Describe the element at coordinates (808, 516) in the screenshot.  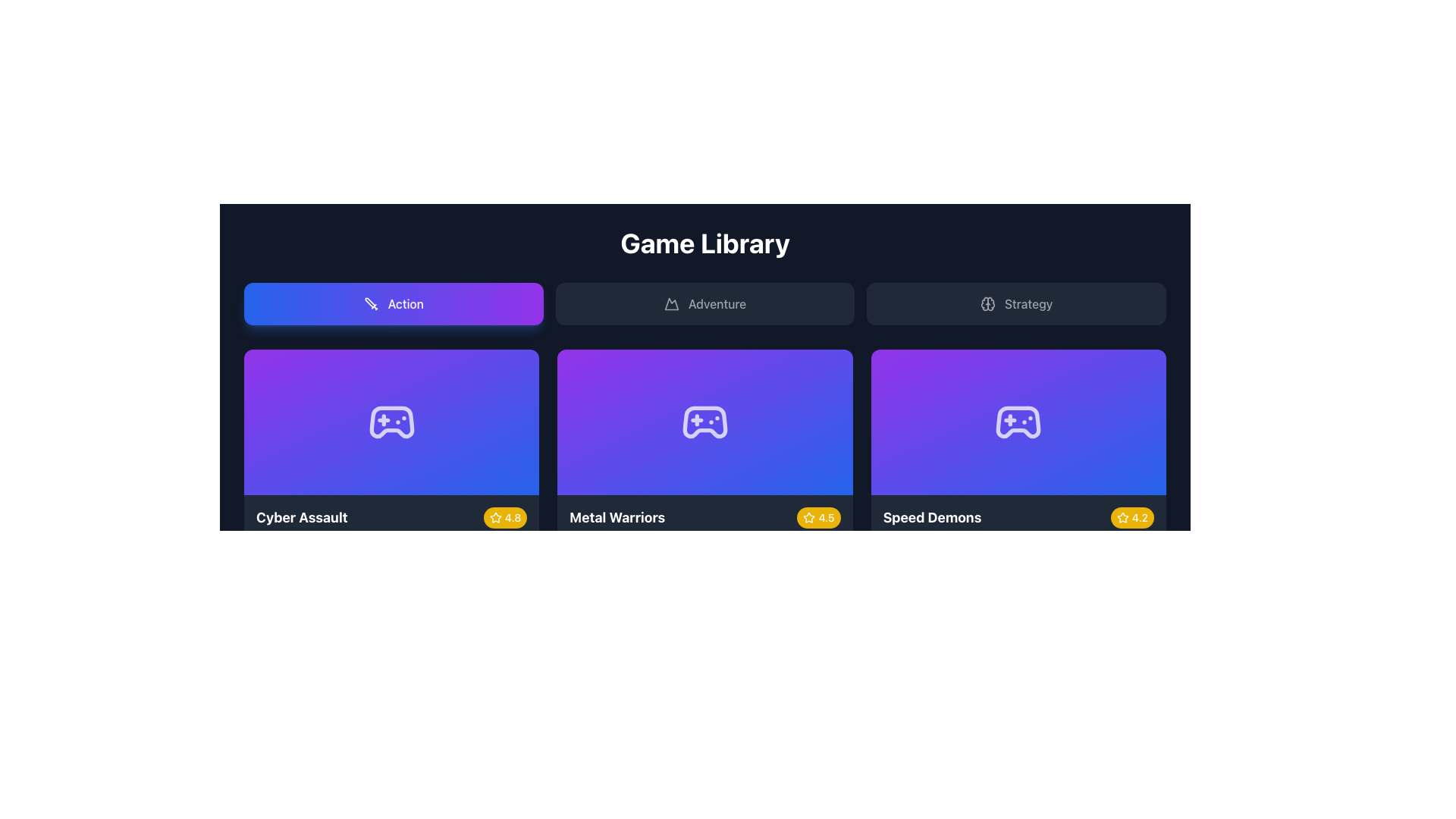
I see `the star rating icon located within the yellow badge at the bottom right of the second game card in the 'Game Library' section` at that location.